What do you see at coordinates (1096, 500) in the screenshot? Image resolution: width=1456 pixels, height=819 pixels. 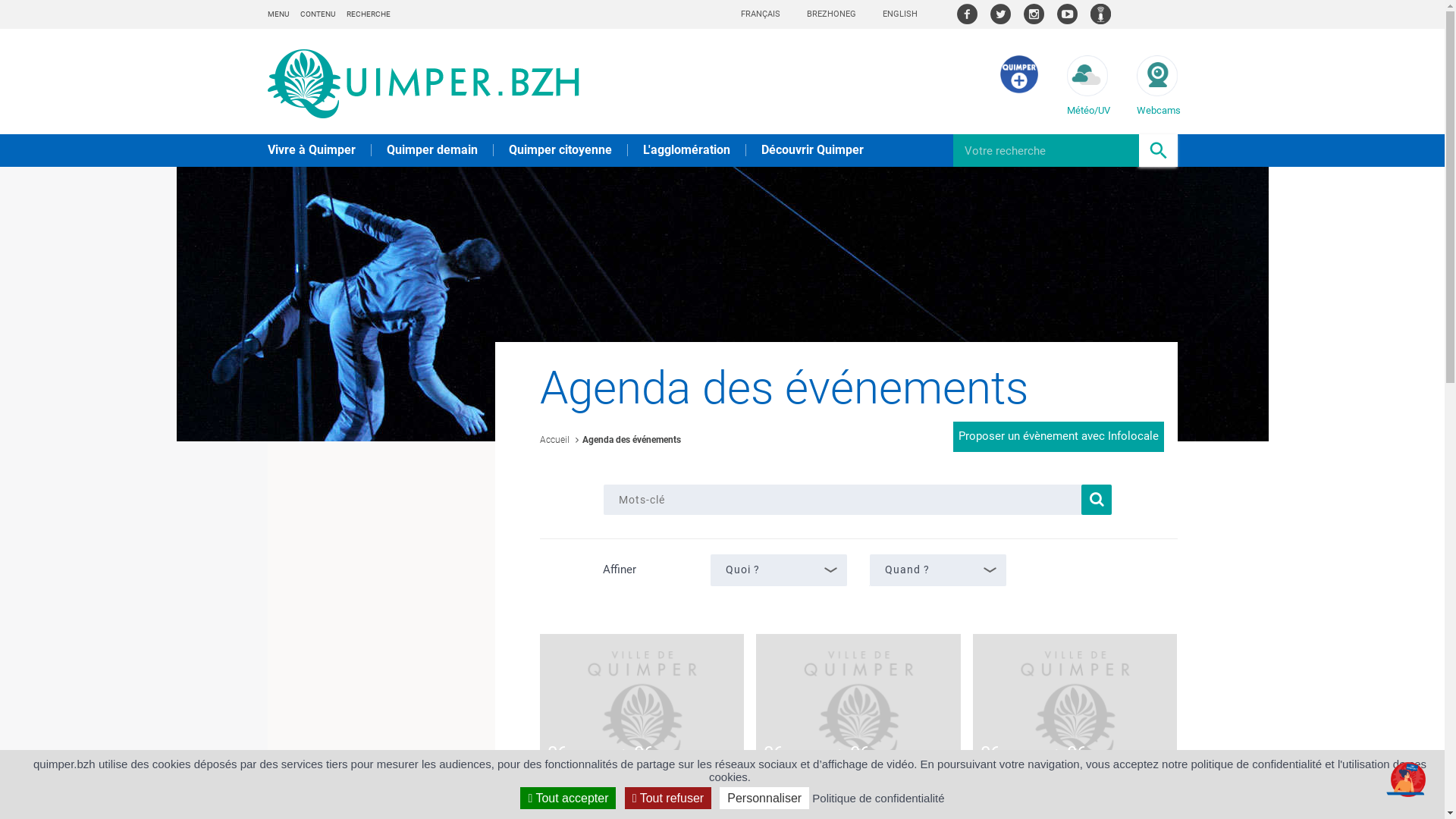 I see `'Lancer la recherche'` at bounding box center [1096, 500].